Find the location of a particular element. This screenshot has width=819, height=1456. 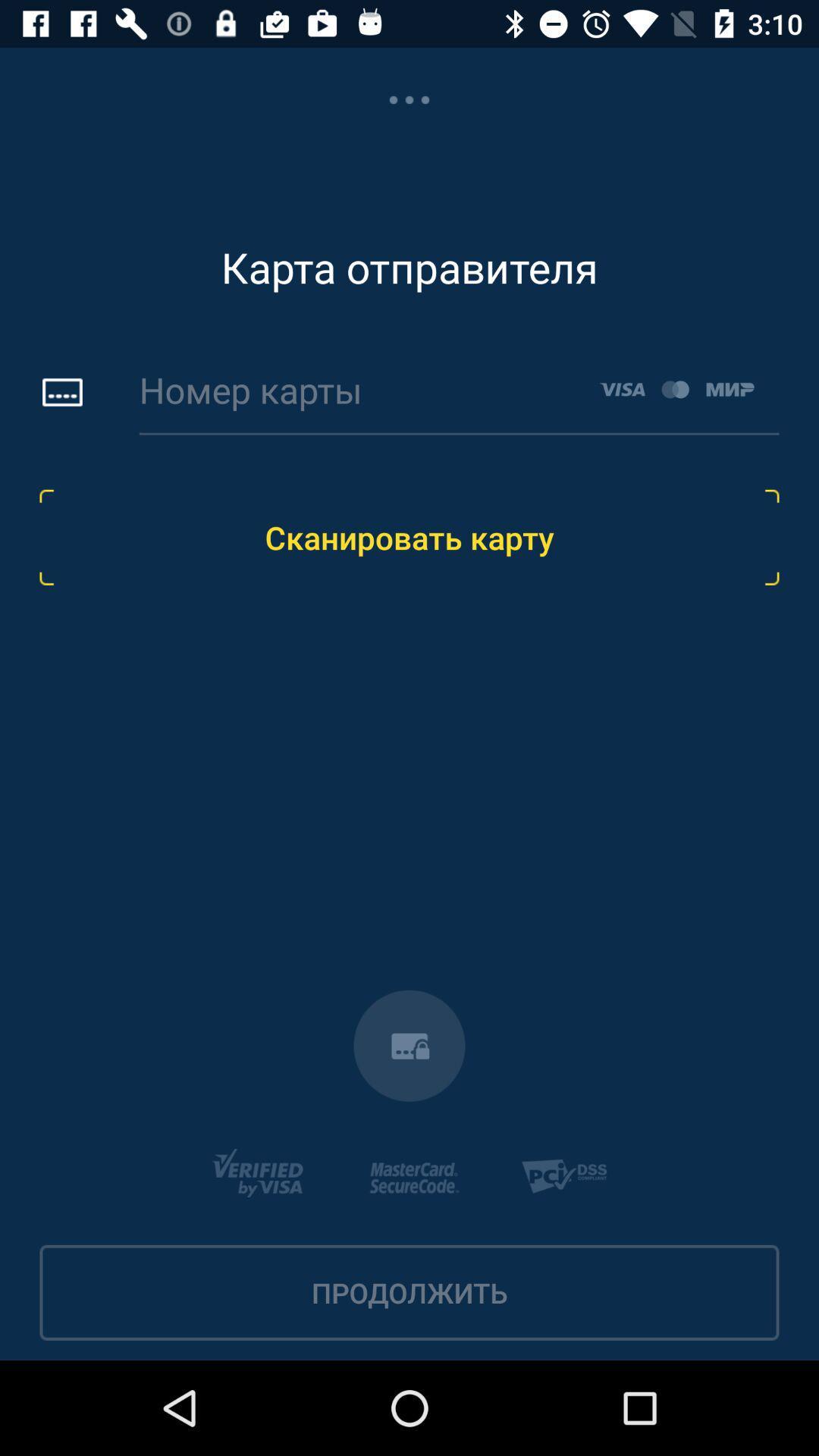

the videocam icon is located at coordinates (409, 1045).